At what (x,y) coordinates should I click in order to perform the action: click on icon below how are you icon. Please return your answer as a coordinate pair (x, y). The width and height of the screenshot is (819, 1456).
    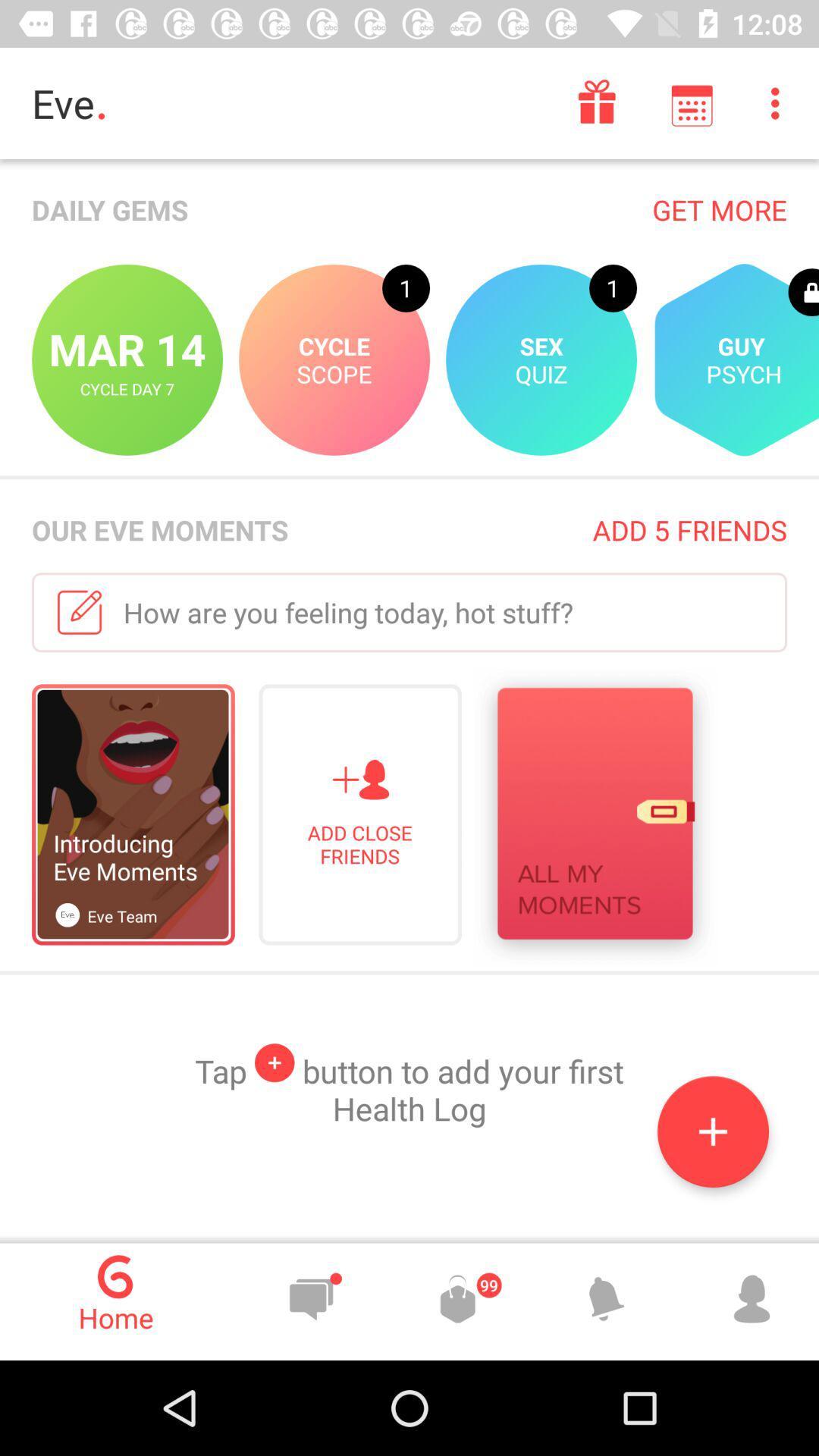
    Looking at the image, I should click on (594, 817).